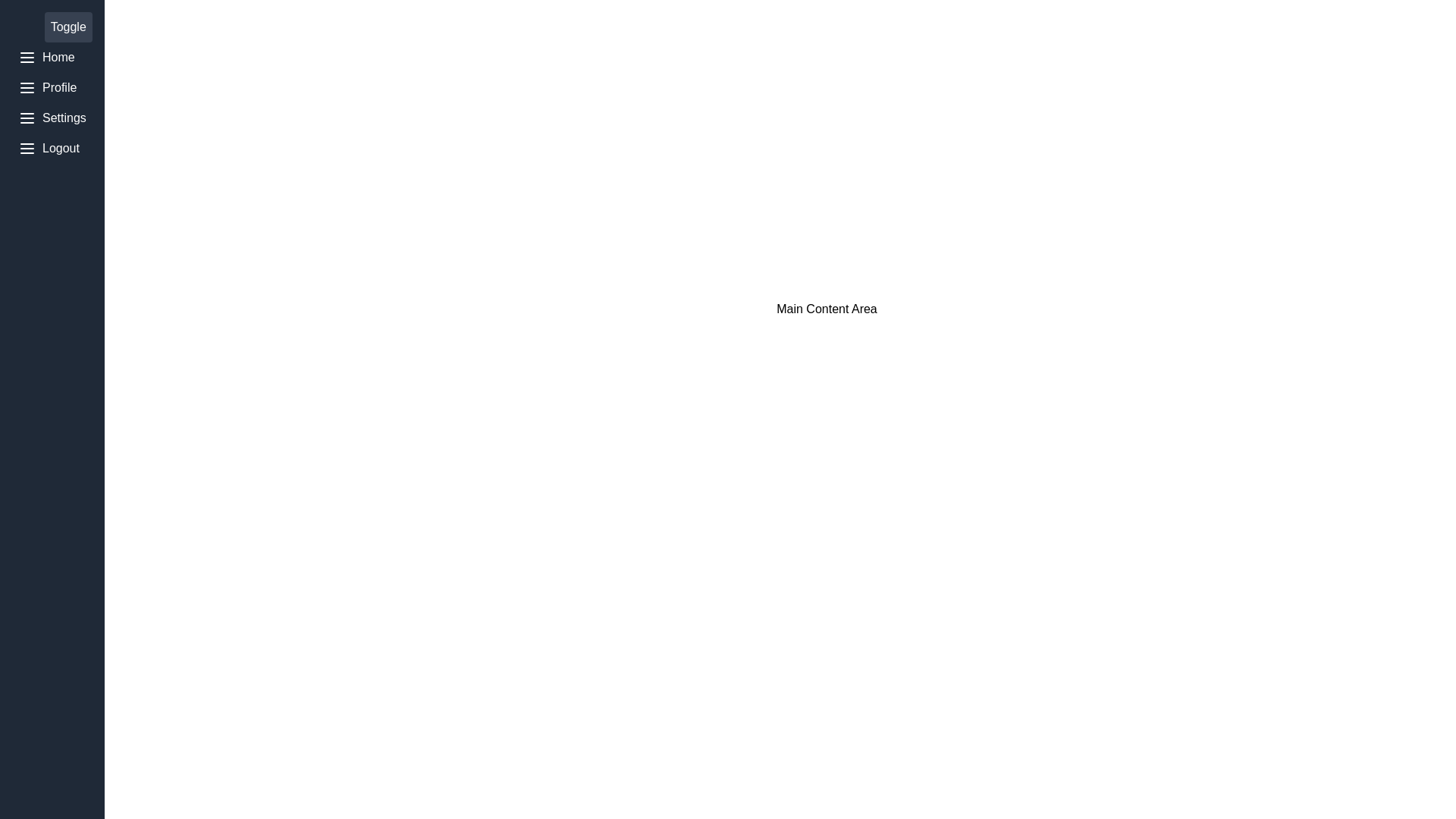 This screenshot has height=819, width=1456. I want to click on the menu item Home to inspect its icon, so click(52, 57).